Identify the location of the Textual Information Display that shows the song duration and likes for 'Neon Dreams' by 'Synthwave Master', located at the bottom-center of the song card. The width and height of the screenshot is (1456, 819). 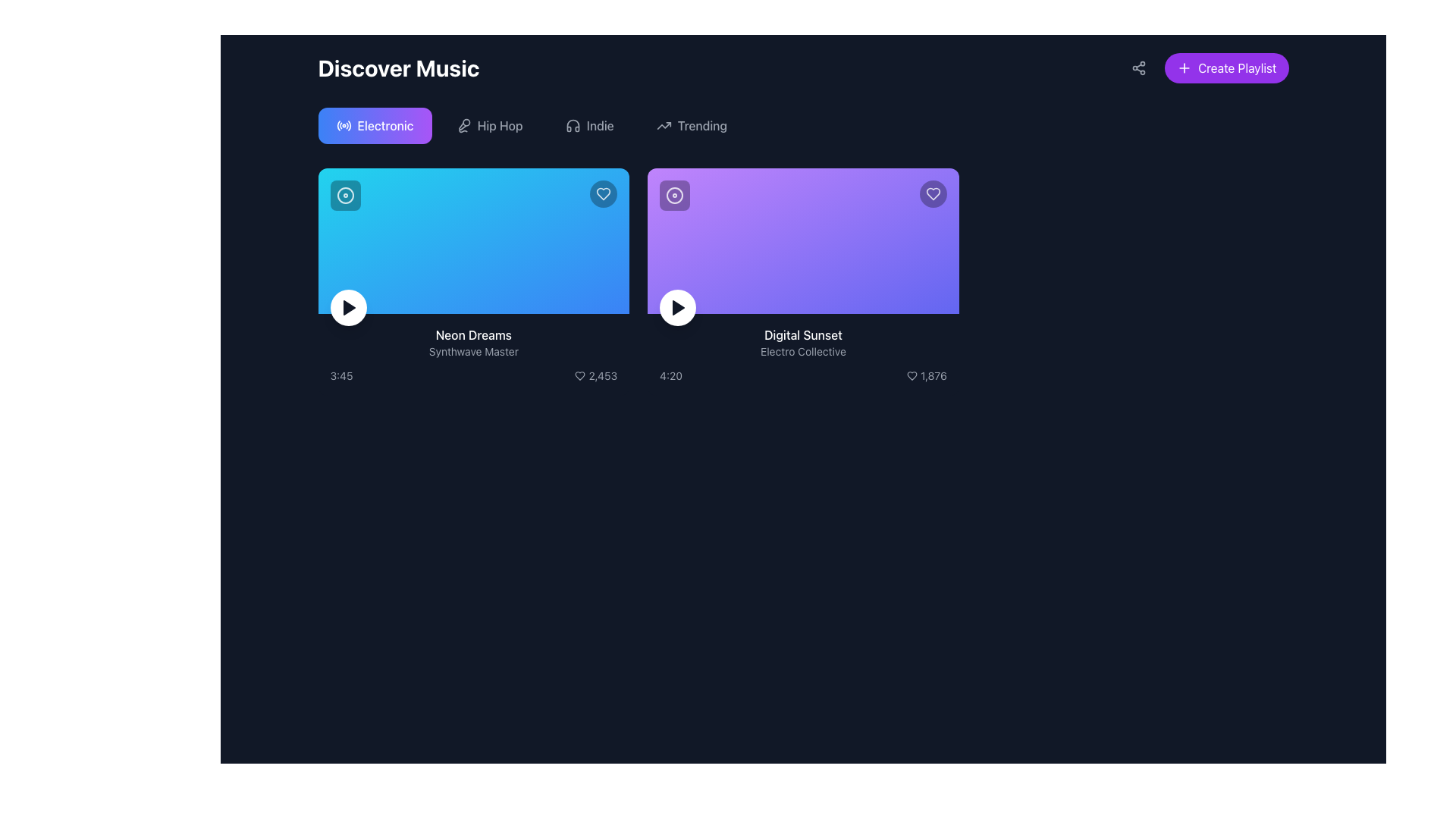
(472, 375).